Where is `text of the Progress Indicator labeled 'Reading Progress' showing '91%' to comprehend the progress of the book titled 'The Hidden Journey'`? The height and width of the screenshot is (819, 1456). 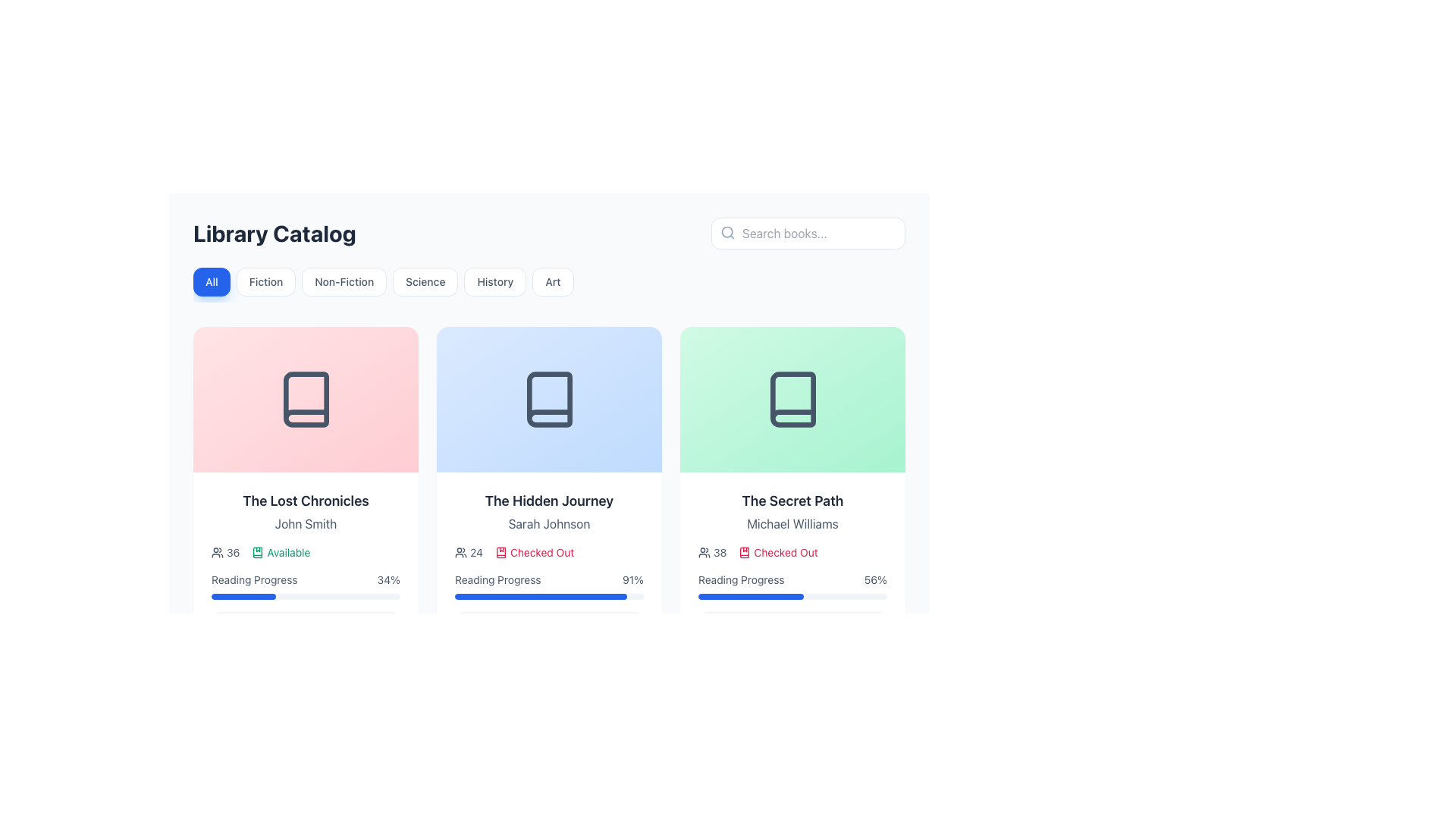 text of the Progress Indicator labeled 'Reading Progress' showing '91%' to comprehend the progress of the book titled 'The Hidden Journey' is located at coordinates (548, 585).